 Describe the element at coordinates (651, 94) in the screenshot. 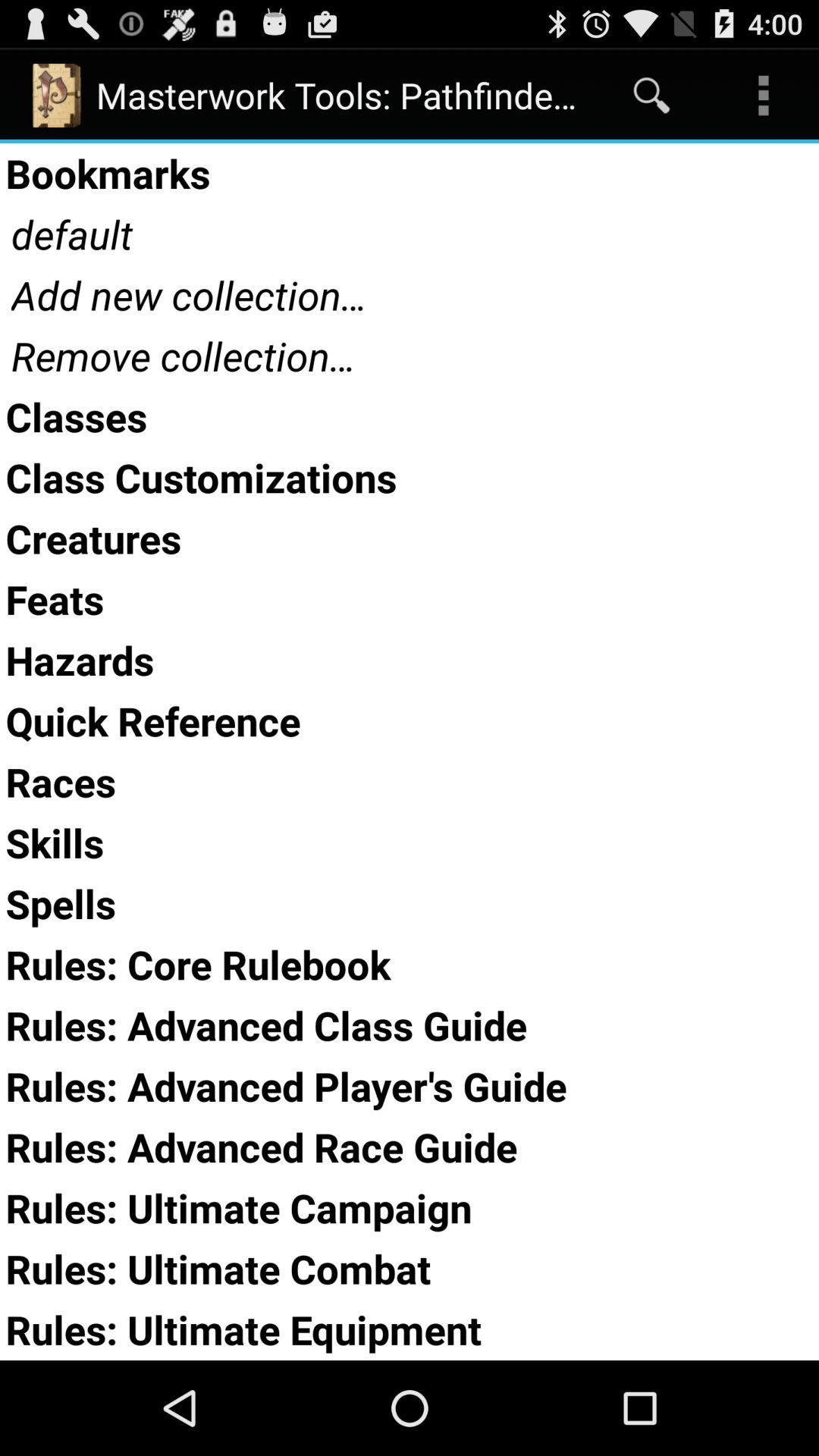

I see `the app next to masterwork tools pathfinder item` at that location.